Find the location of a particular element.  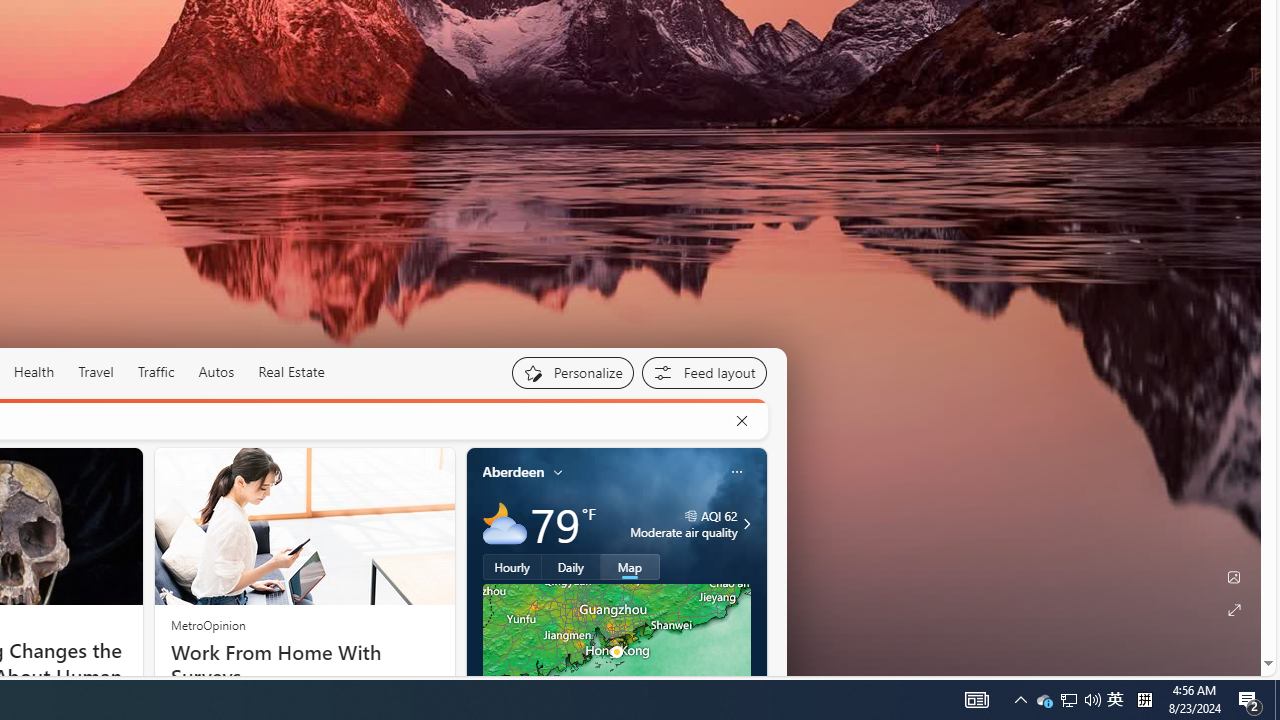

'Expand background' is located at coordinates (1232, 609).